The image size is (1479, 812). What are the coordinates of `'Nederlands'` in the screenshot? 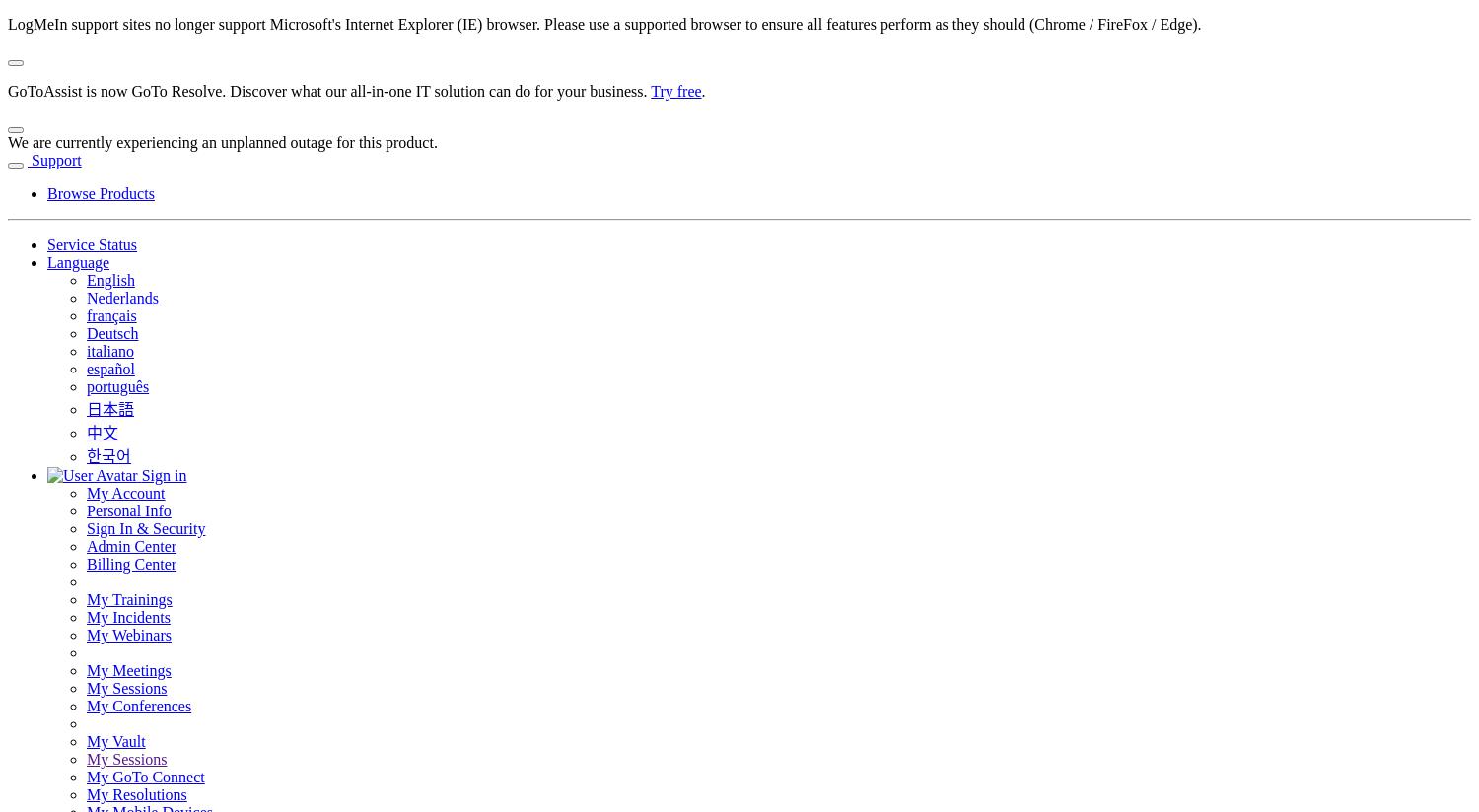 It's located at (121, 297).